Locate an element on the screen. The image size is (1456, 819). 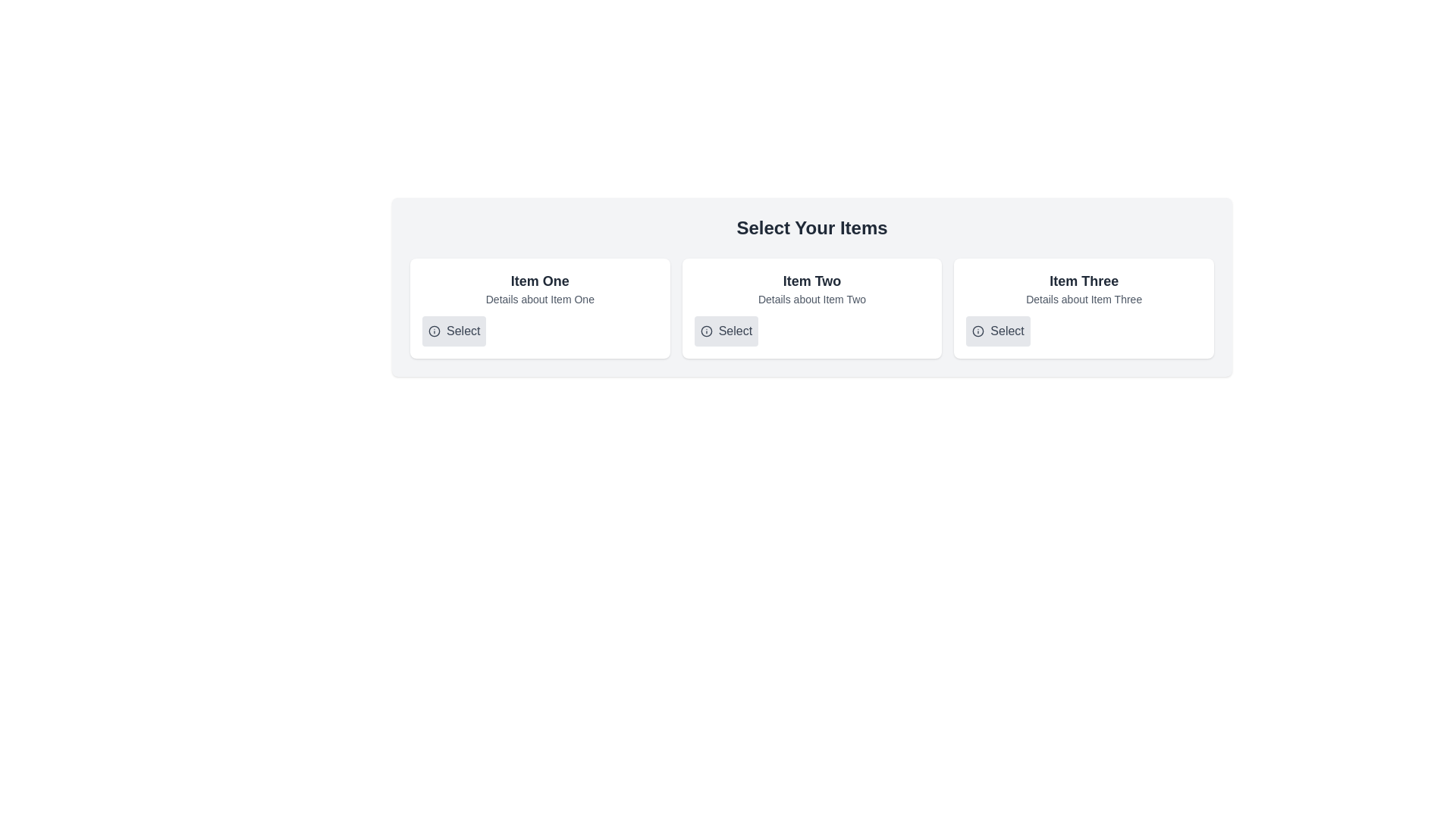
the button labeled 'Item Three' is located at coordinates (998, 330).